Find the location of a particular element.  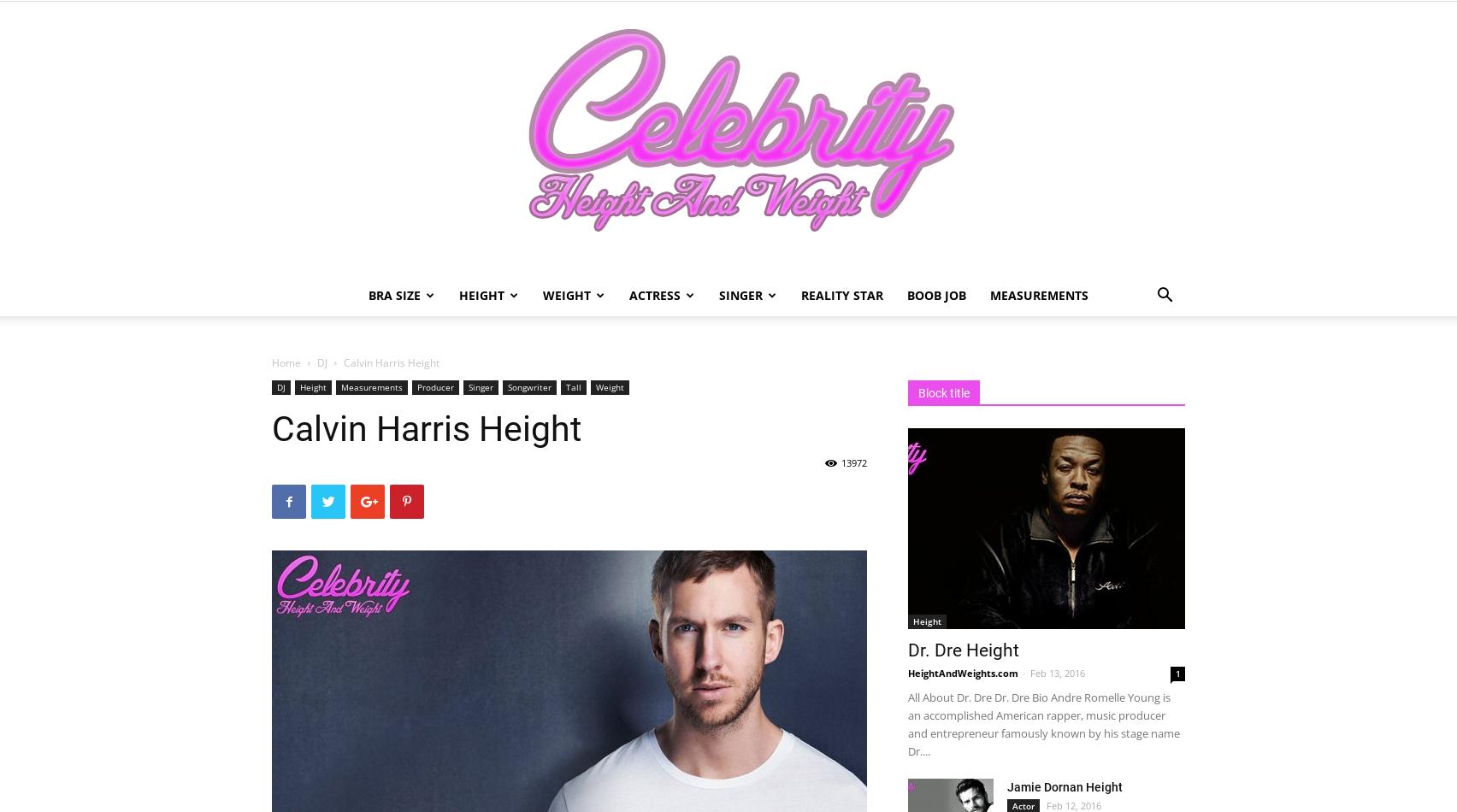

'Actor' is located at coordinates (1011, 804).